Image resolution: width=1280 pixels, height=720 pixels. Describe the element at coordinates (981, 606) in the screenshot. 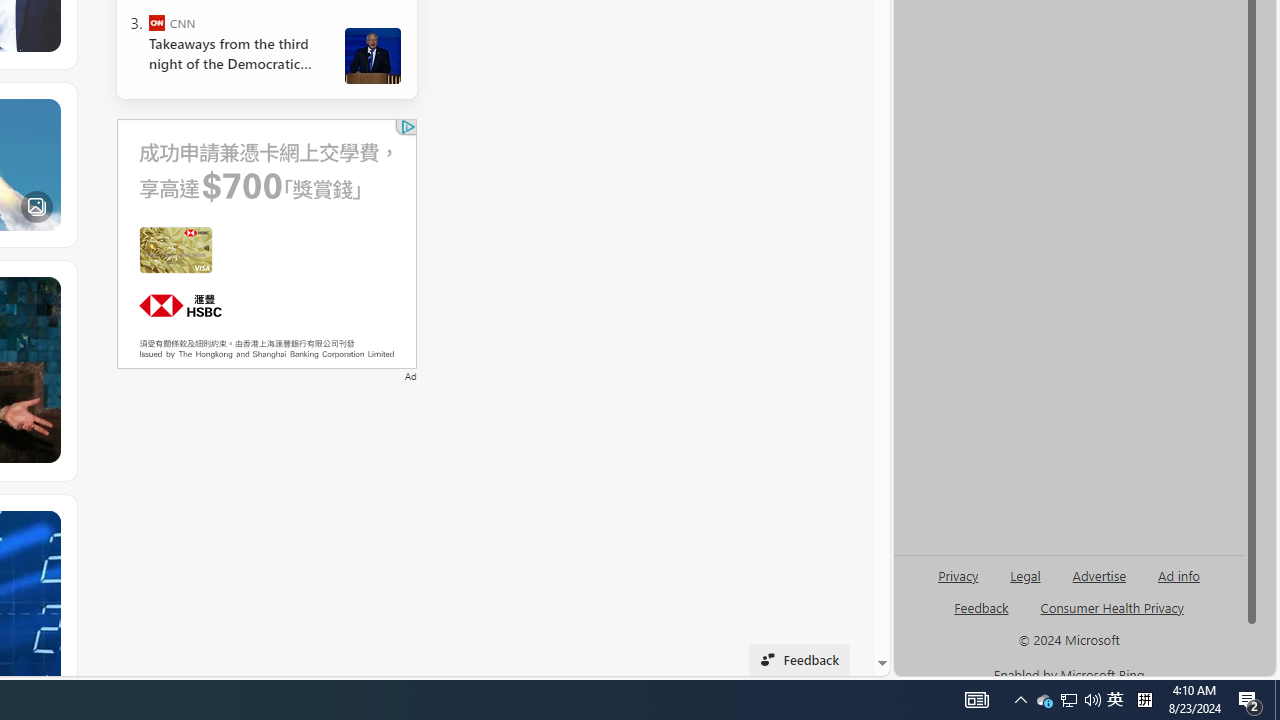

I see `'AutomationID: sb_feedback'` at that location.